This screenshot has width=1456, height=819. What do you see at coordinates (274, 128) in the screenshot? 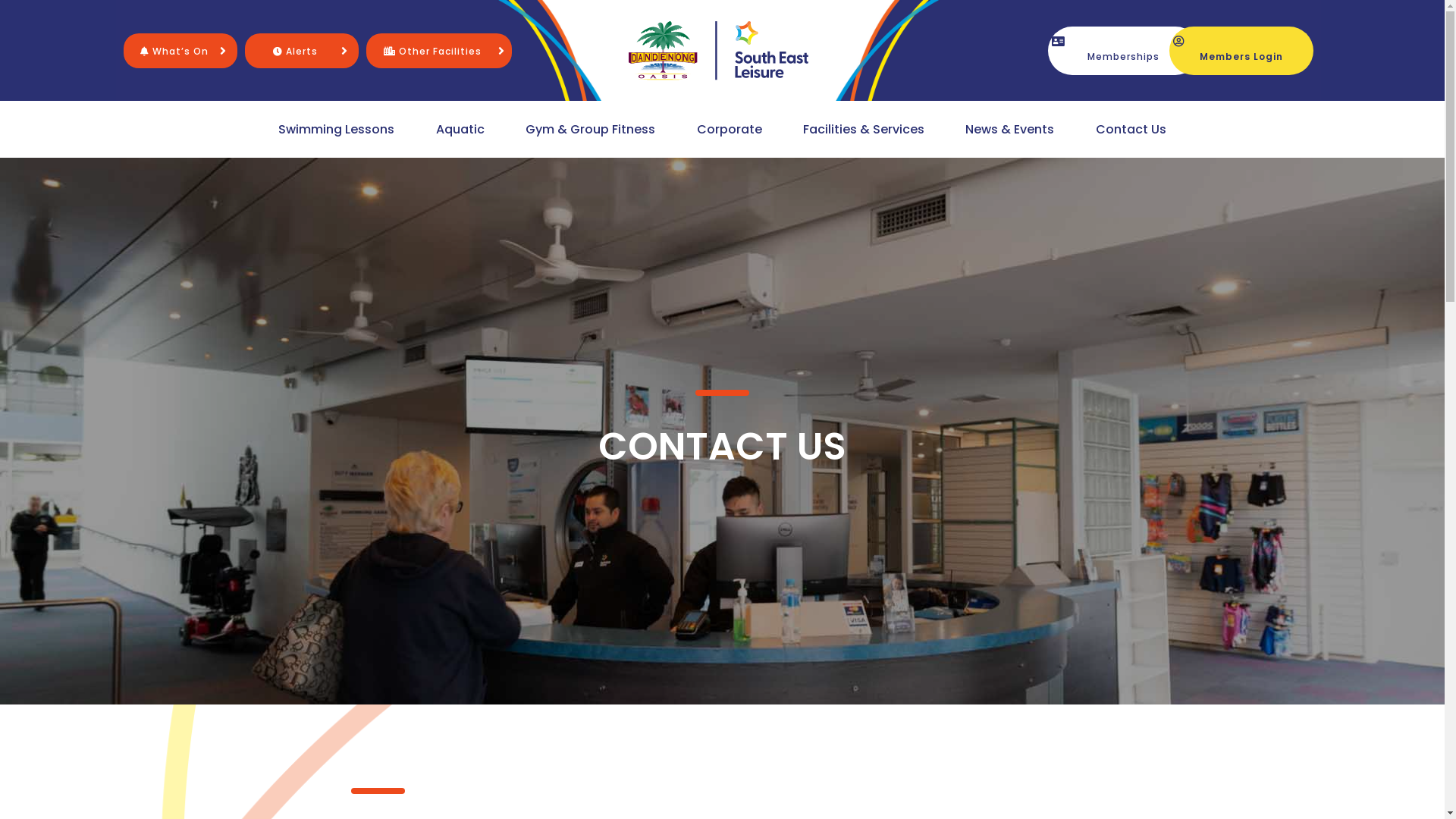
I see `'Swimming Lessons'` at bounding box center [274, 128].